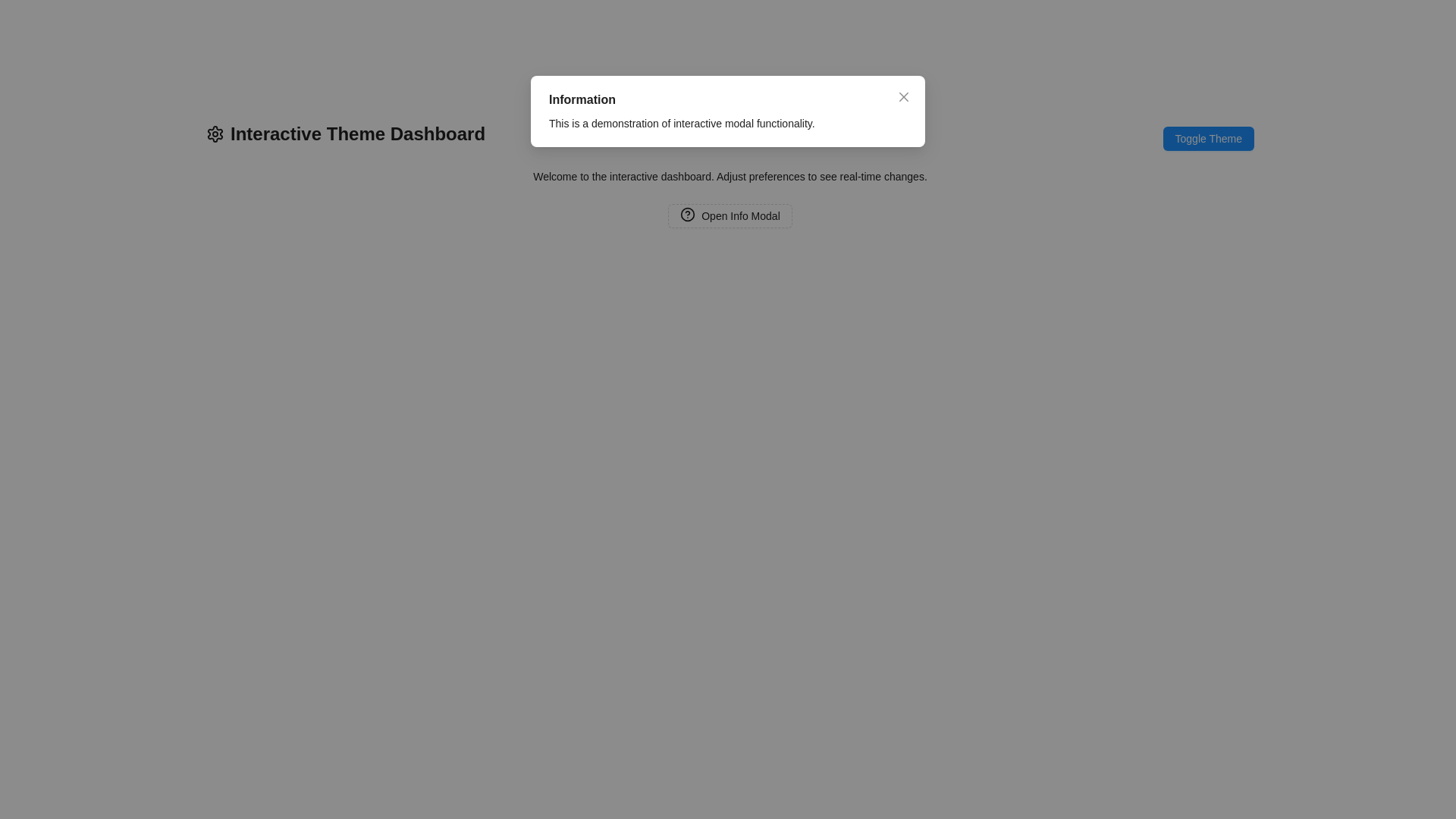 This screenshot has width=1456, height=819. I want to click on the 'Toggle Theme' button with a blue background and white text, so click(1207, 138).